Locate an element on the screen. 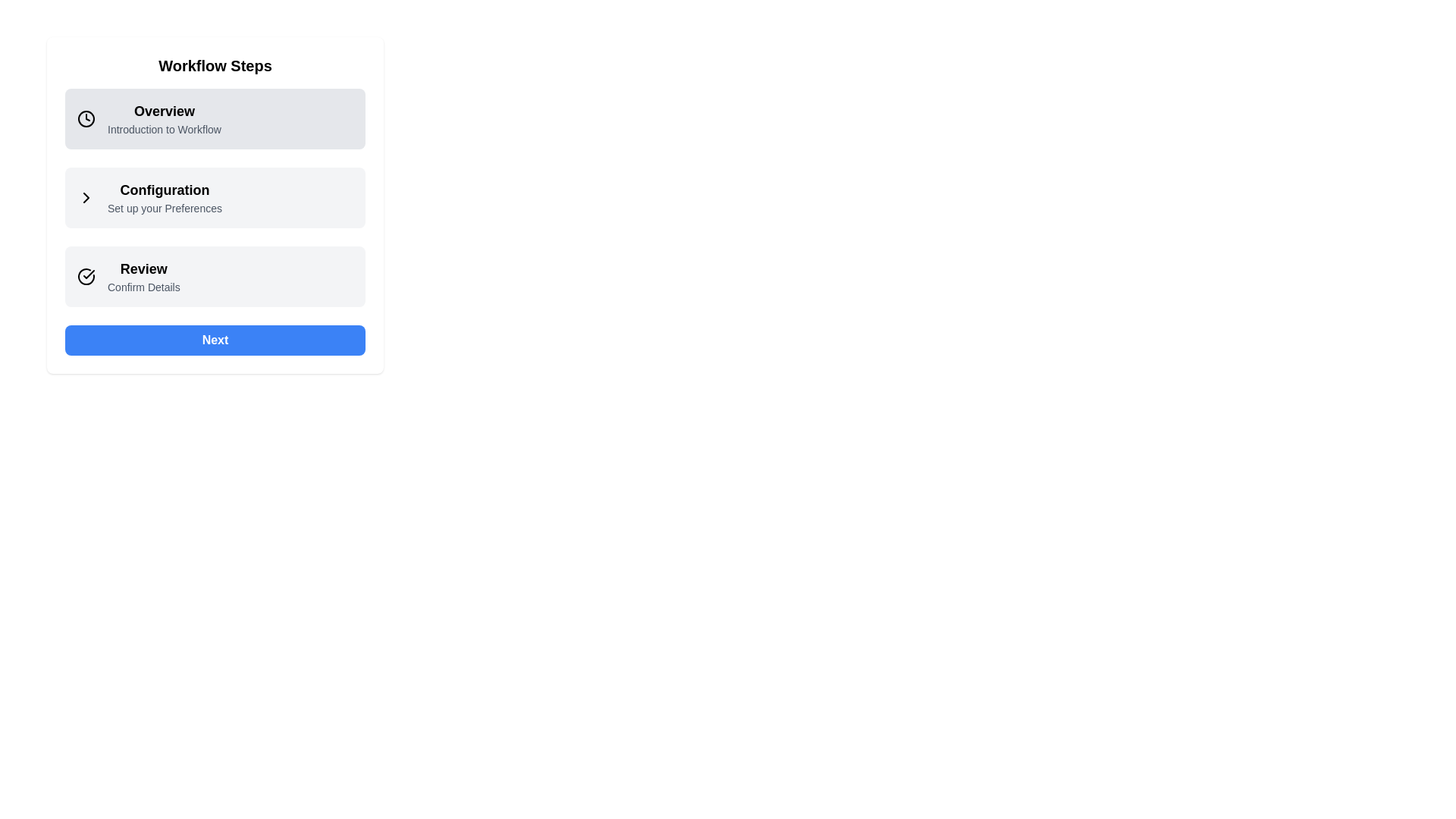 This screenshot has width=1456, height=819. text label located directly below the bold 'Overview' text in the 'Workflow Steps' interface, styled with a smaller font size and light gray color is located at coordinates (164, 128).